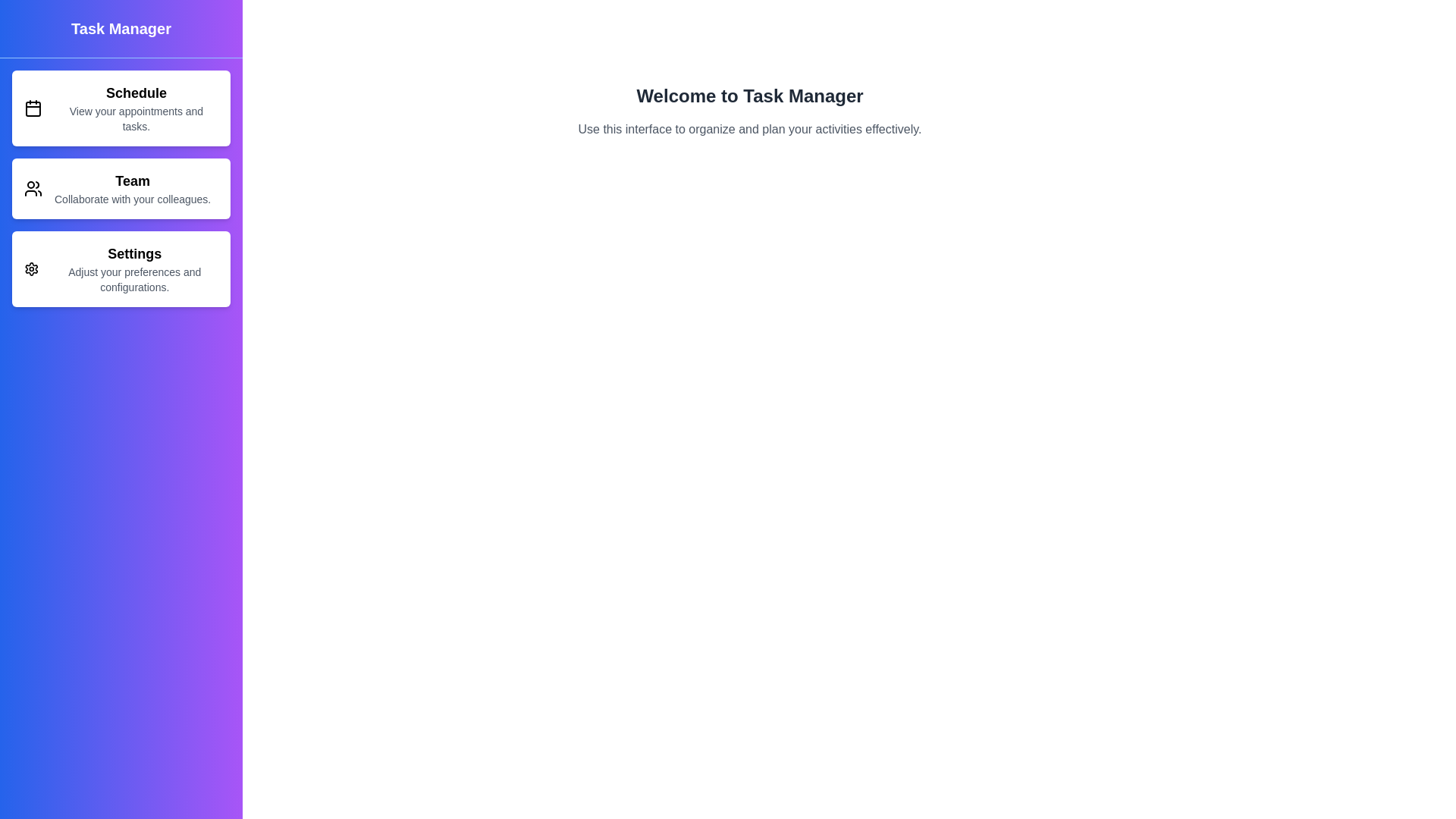  What do you see at coordinates (120, 107) in the screenshot?
I see `the menu item Schedule to navigate to its respective section` at bounding box center [120, 107].